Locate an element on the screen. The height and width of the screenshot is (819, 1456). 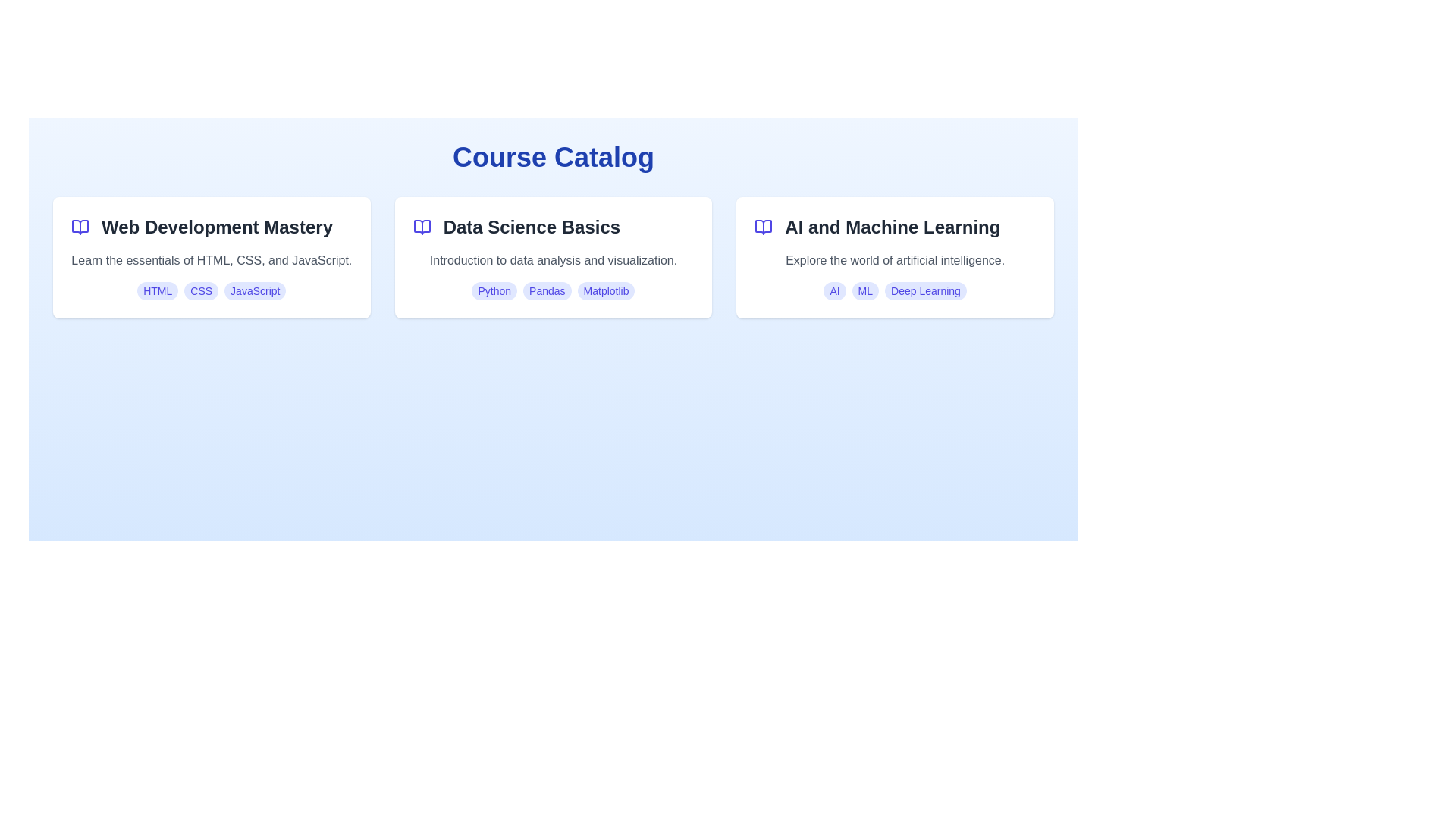
the distinctive SVG graphic depicting a book icon with two open pages, styled in indigo, located in the leftmost card next to the title 'Web Development Mastery' is located at coordinates (79, 227).